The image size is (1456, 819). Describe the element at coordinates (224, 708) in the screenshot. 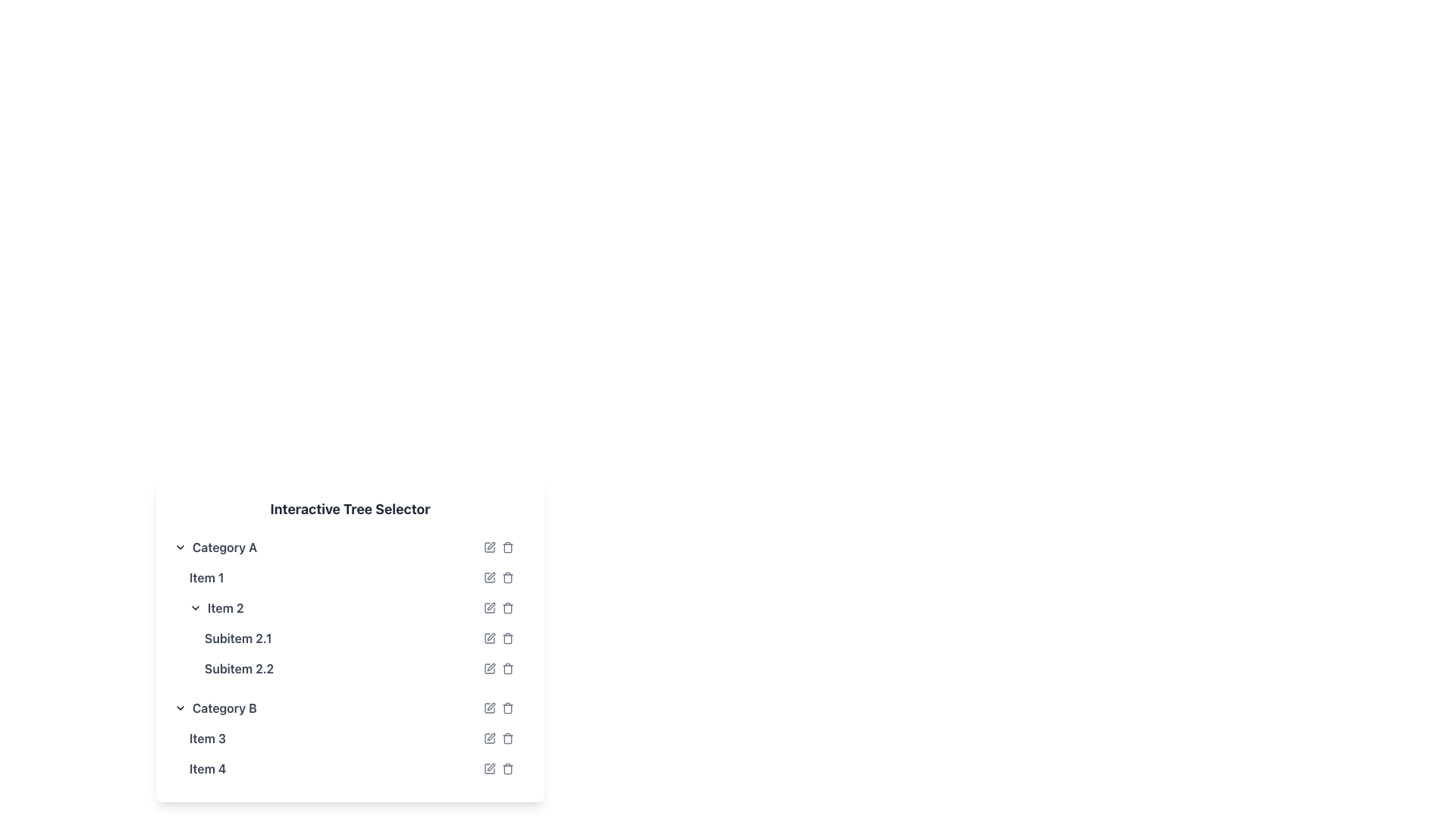

I see `the text label displaying 'Category B' in bold, dark gray font, which is positioned in the second tier of the list under 'Interactive Tree Selector.'` at that location.